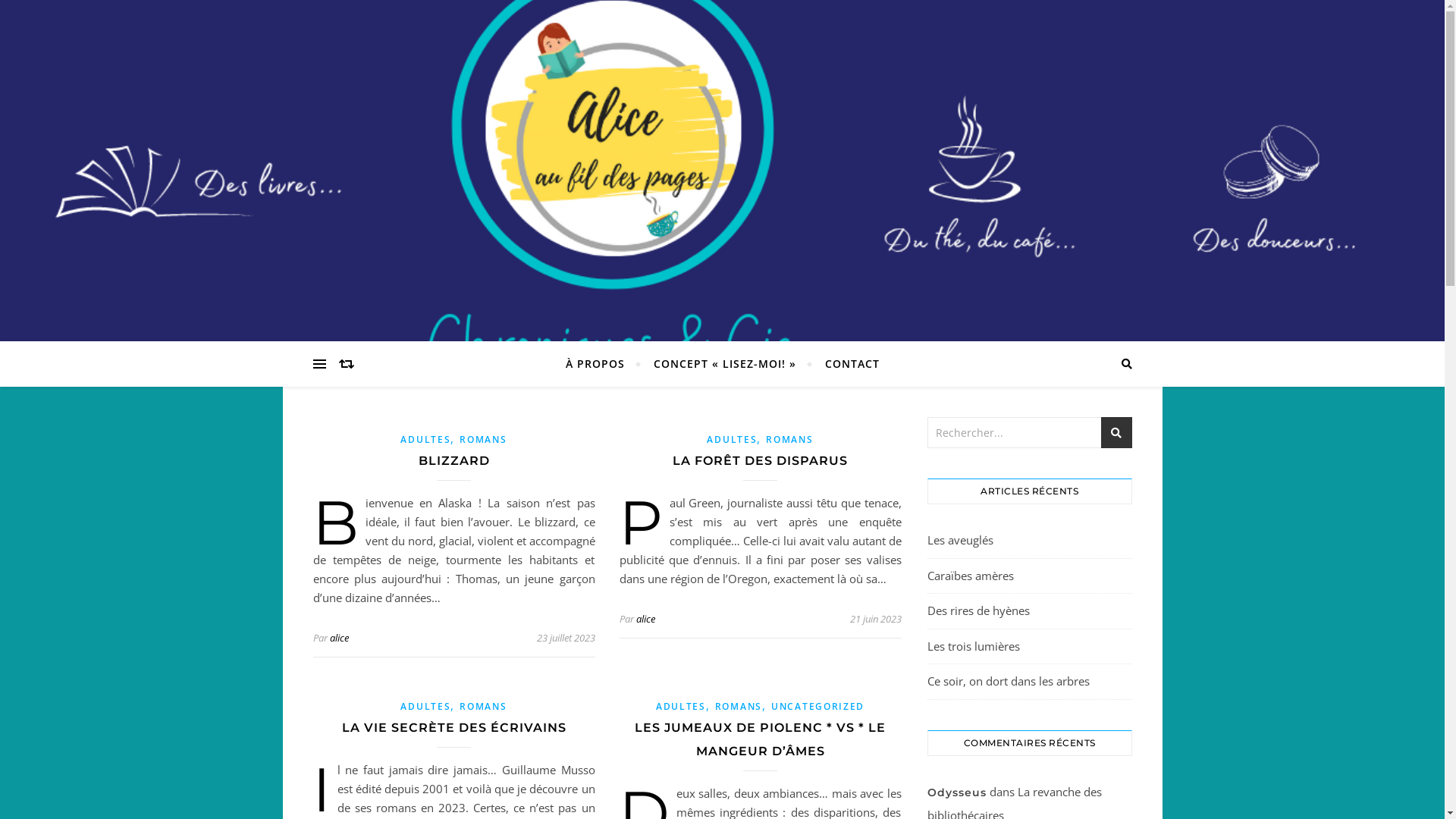 Image resolution: width=1456 pixels, height=819 pixels. Describe the element at coordinates (1008, 680) in the screenshot. I see `'Ce soir, on dort dans les arbres'` at that location.